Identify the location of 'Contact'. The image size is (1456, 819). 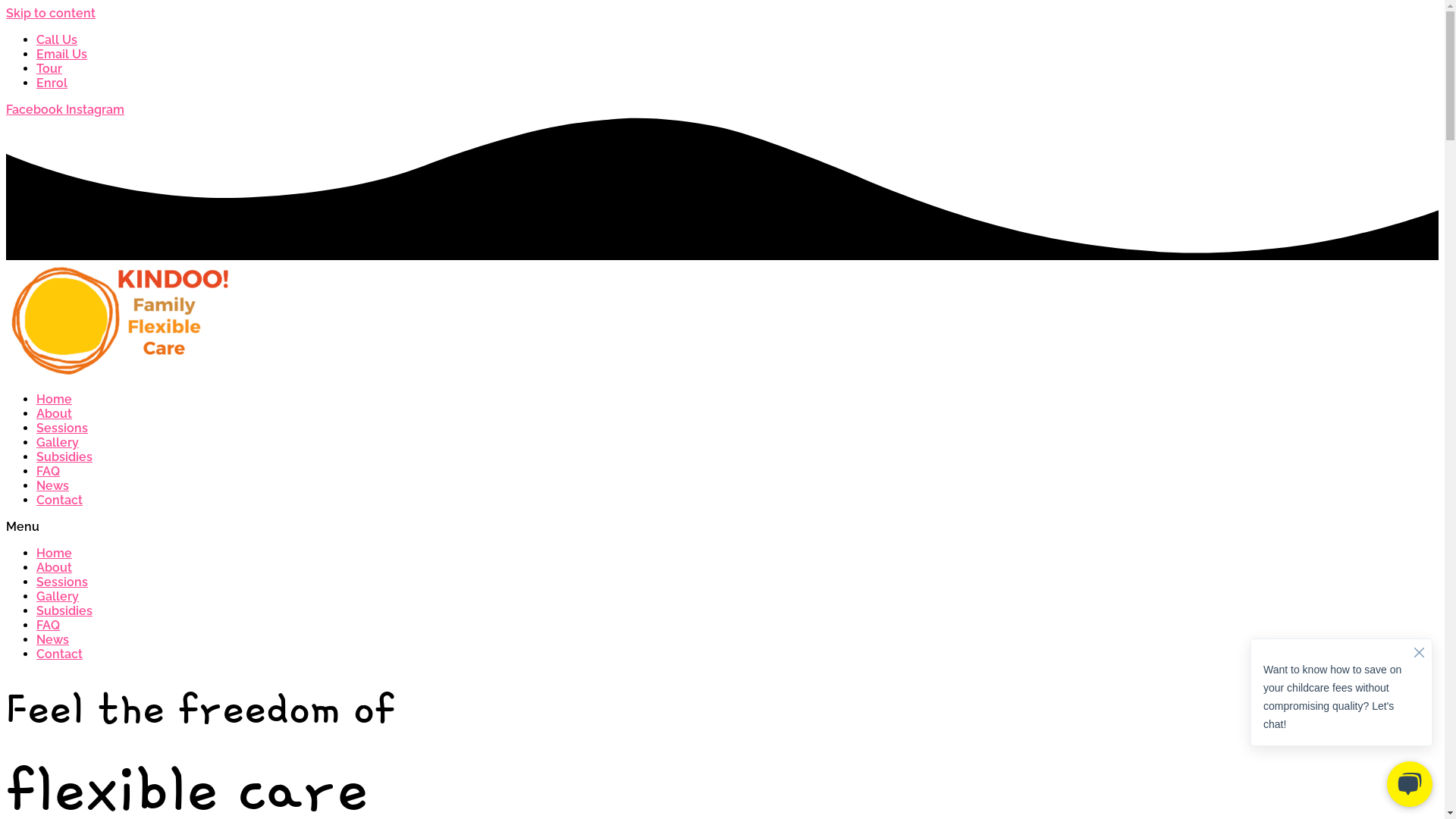
(59, 653).